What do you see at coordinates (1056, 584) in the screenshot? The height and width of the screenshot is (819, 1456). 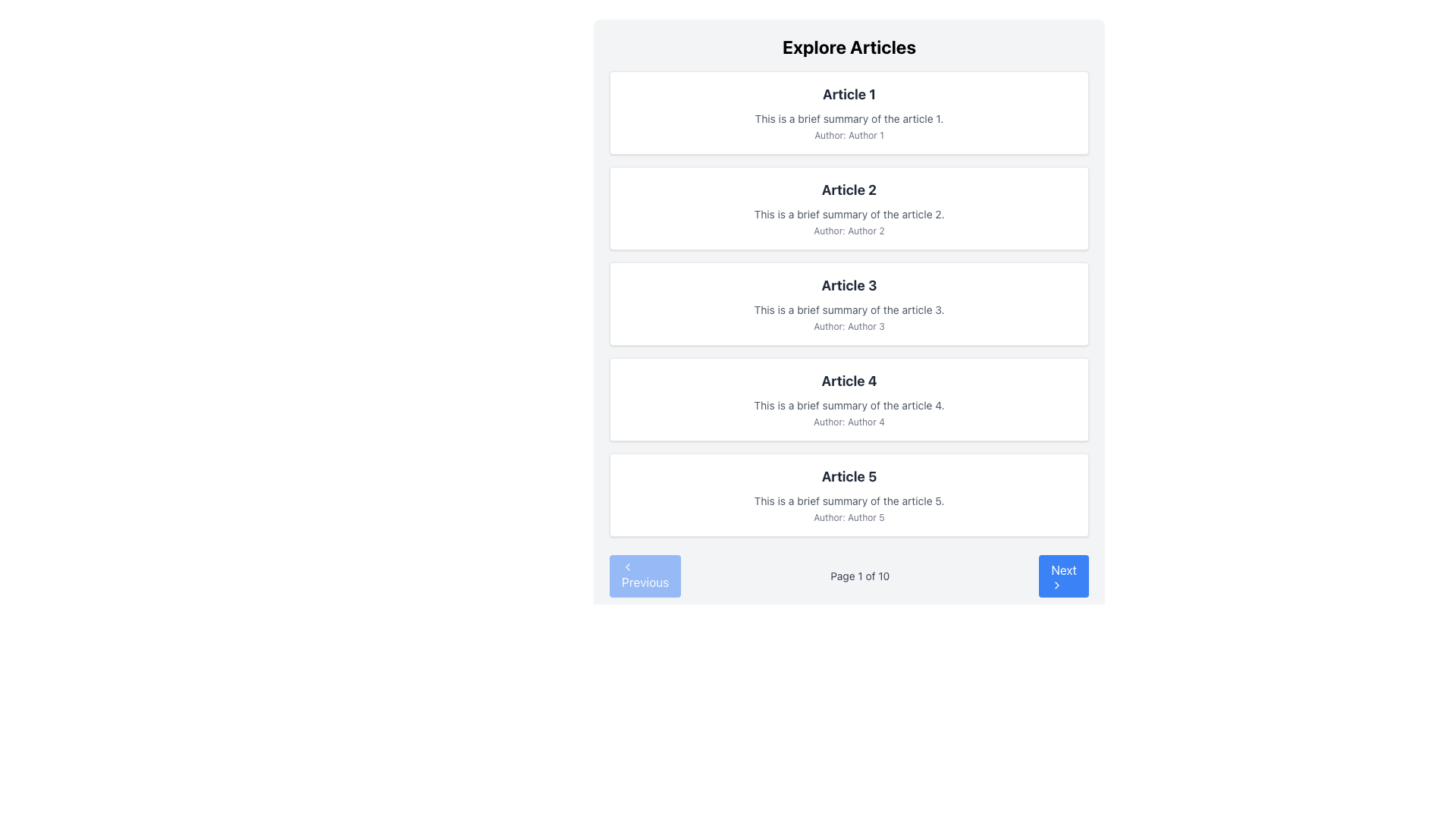 I see `the right-facing chevron icon within the blue 'Next' button located in the bottom-right corner of the interface` at bounding box center [1056, 584].